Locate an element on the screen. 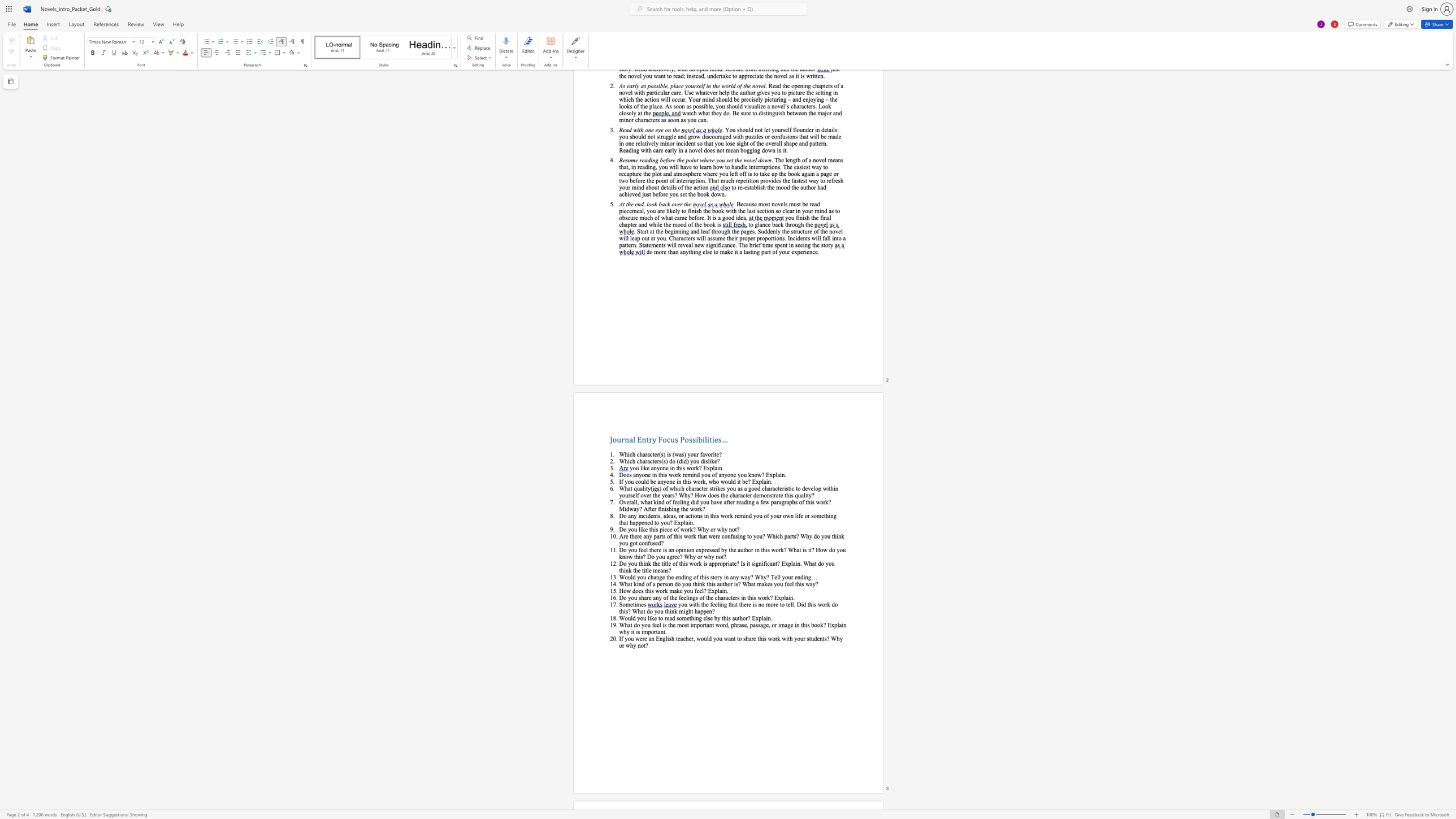 This screenshot has width=1456, height=819. the subset text "s) is (was) your favorite?" within the text "Which character(s) is (was) your favorite?" is located at coordinates (660, 454).